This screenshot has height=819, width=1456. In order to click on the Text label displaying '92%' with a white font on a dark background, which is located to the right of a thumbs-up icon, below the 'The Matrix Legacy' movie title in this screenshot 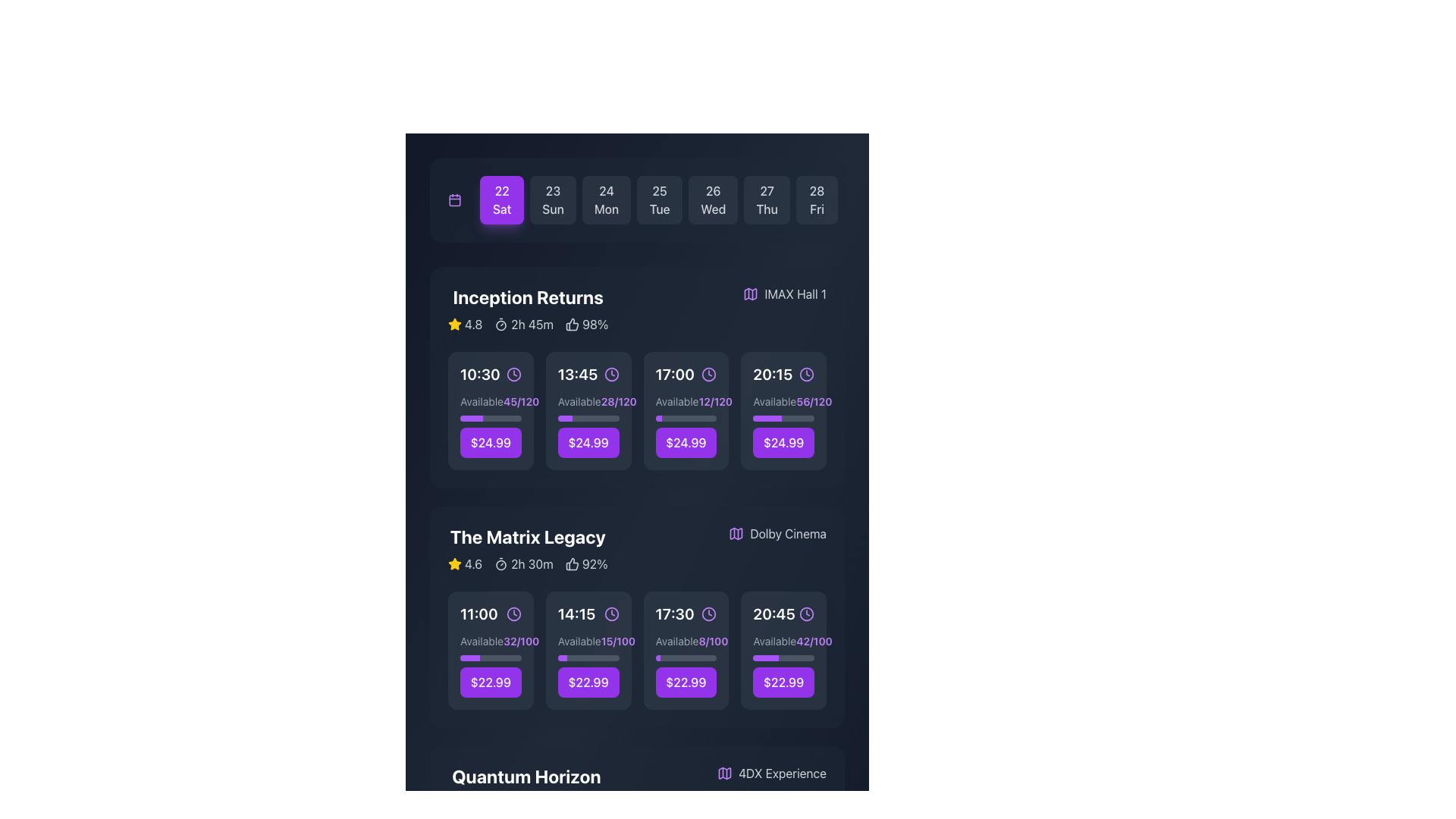, I will do `click(594, 564)`.